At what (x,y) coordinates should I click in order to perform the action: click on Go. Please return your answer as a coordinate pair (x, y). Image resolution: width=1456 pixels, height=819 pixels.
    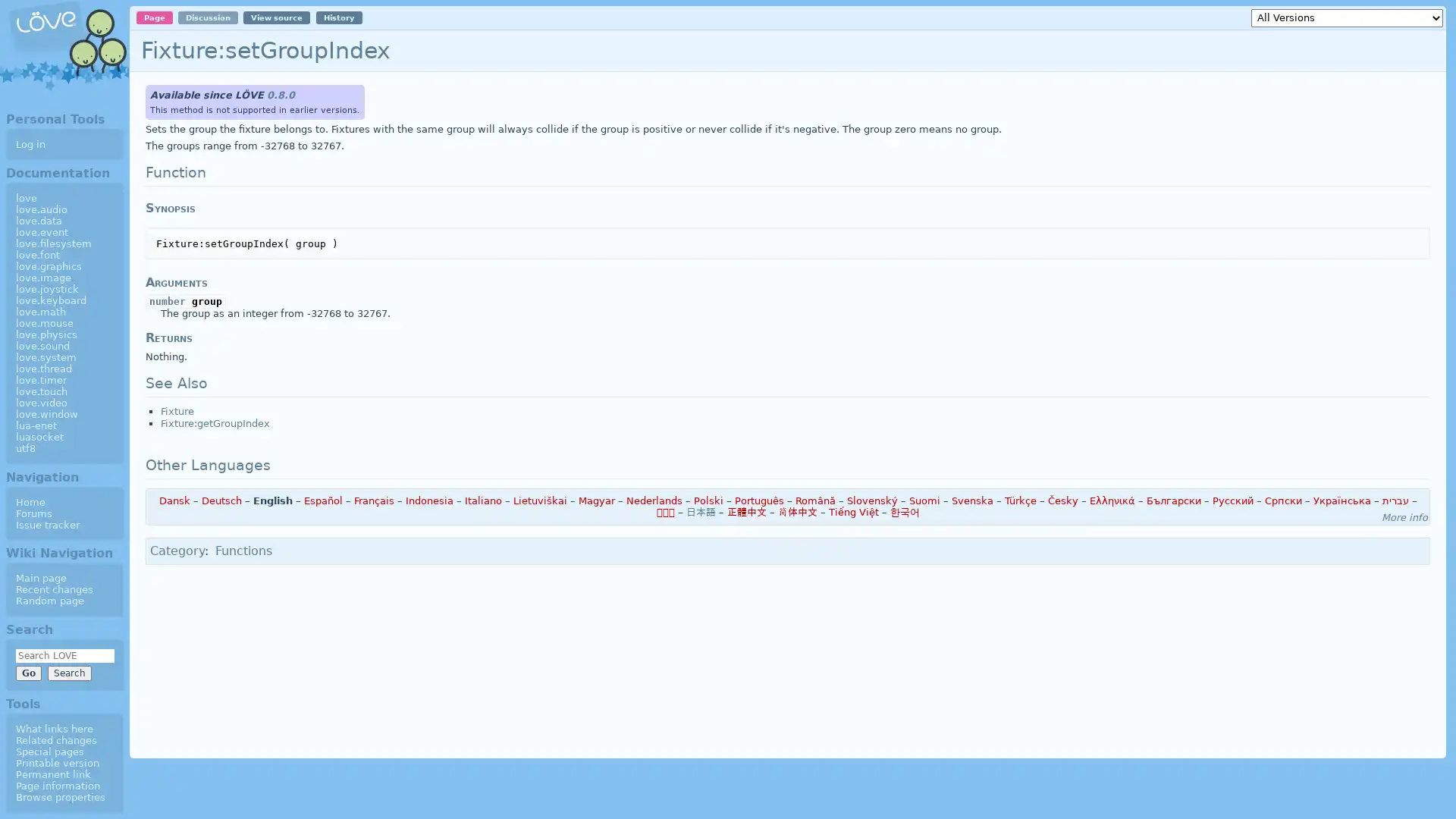
    Looking at the image, I should click on (28, 672).